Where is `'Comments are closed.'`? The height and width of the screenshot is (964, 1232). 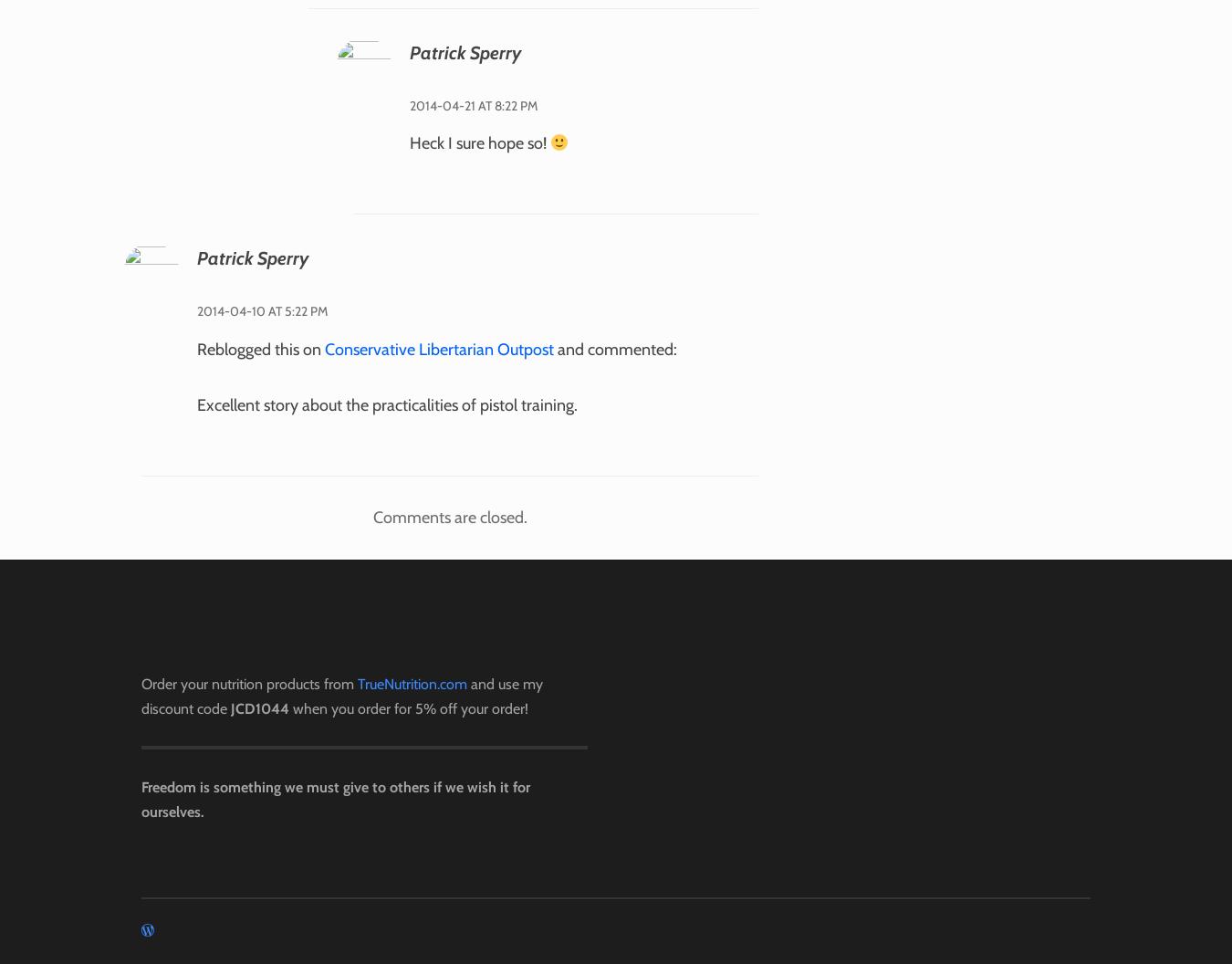 'Comments are closed.' is located at coordinates (448, 517).